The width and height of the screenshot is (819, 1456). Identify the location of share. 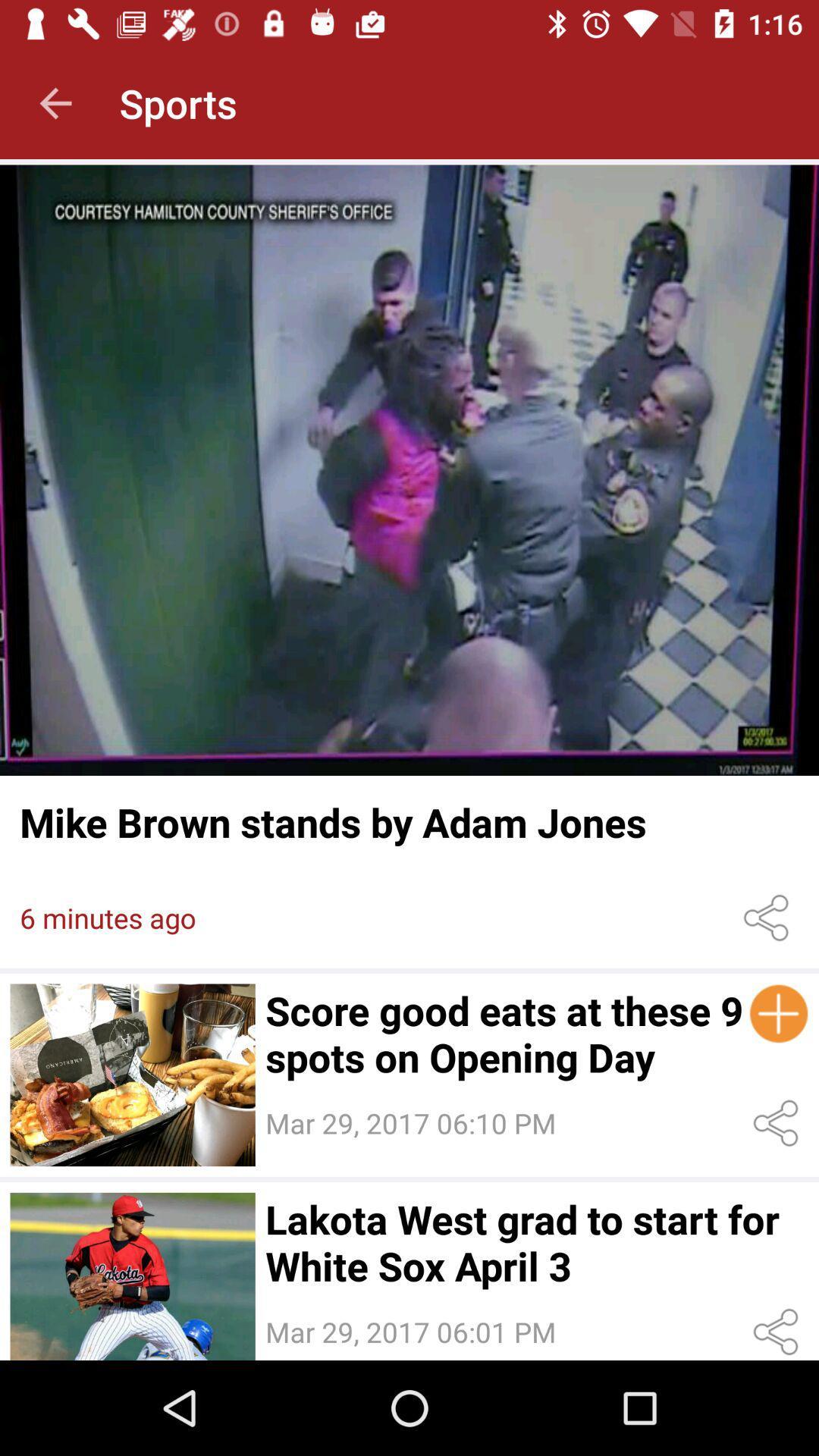
(769, 917).